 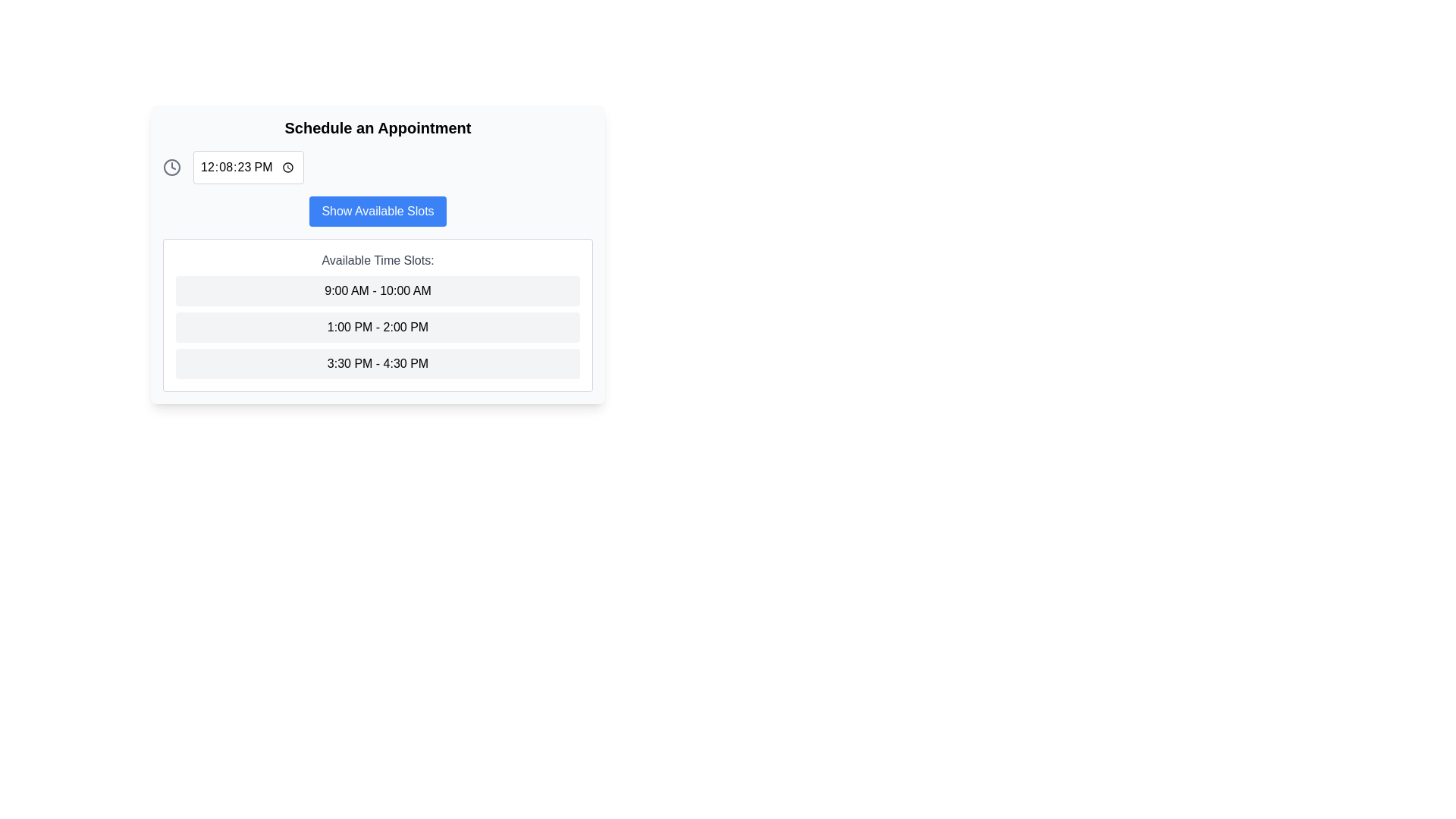 What do you see at coordinates (378, 363) in the screenshot?
I see `the time slot text label displaying '3:30 PM - 4:30 PM'` at bounding box center [378, 363].